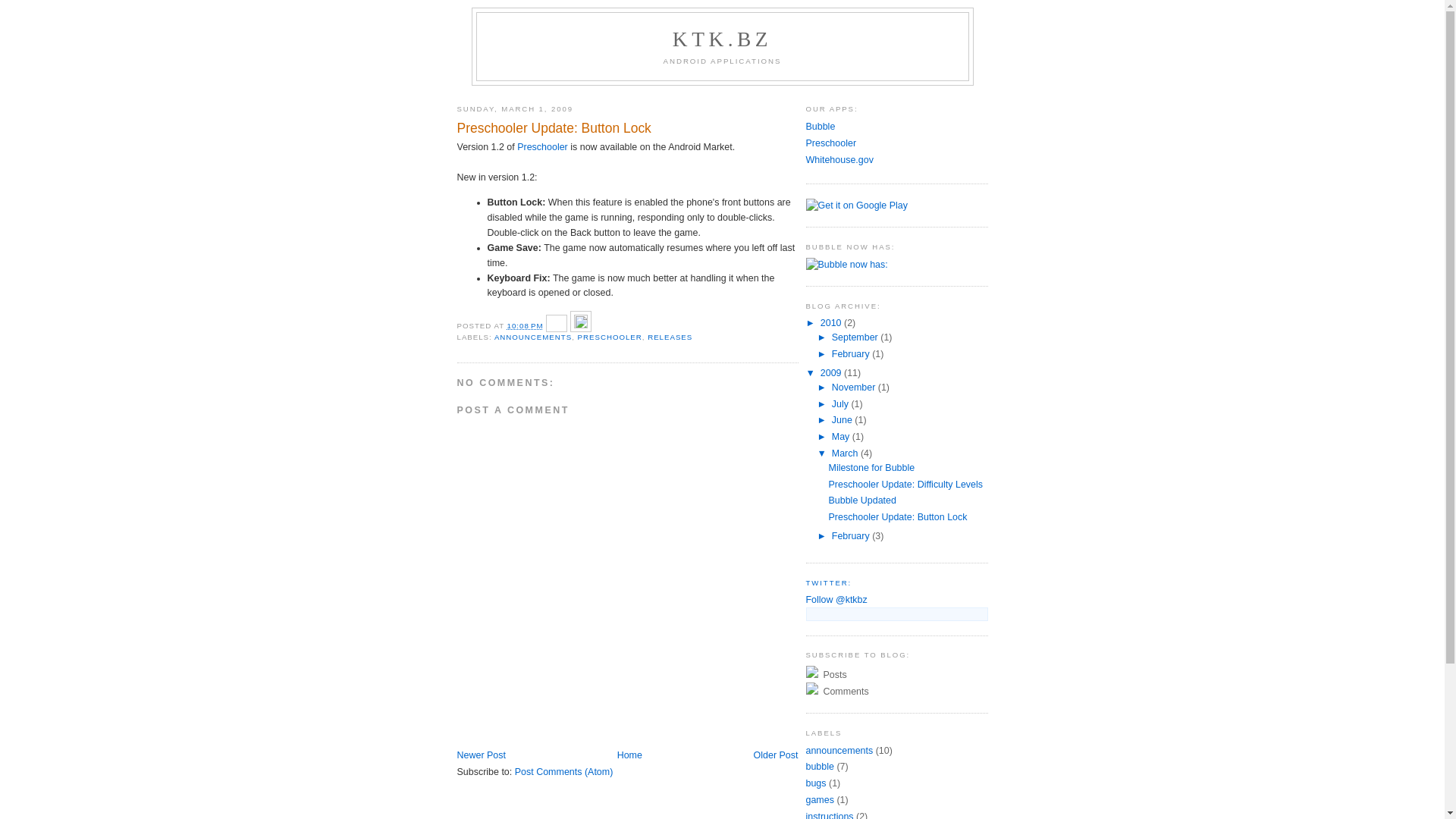 This screenshot has width=1456, height=819. I want to click on 'Whitehouse.gov', so click(838, 160).